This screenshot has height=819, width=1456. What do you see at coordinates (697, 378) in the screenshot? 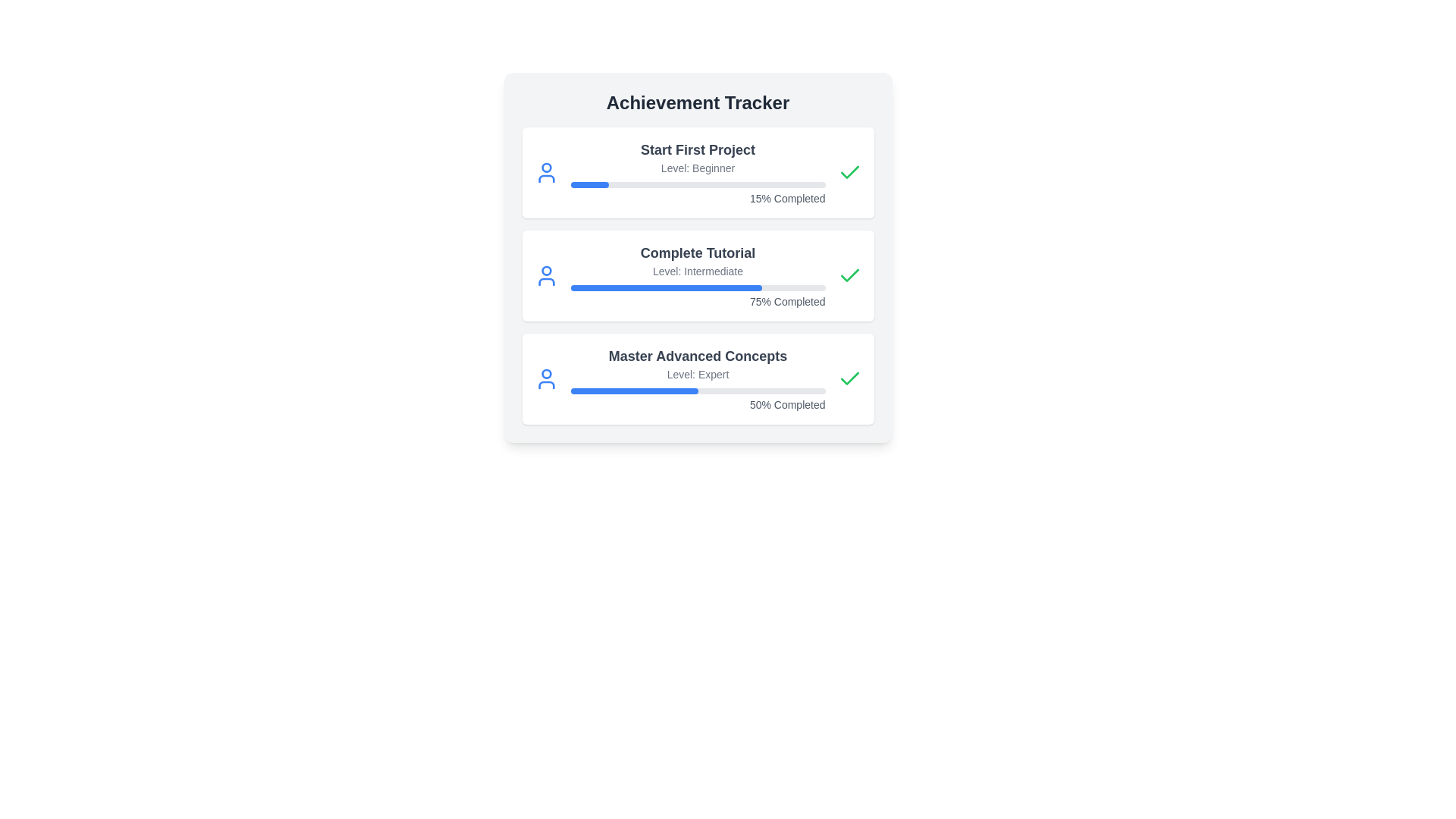
I see `progress details from the milestone card titled 'Master Advanced Concepts', which is the bottommost card in the achievement tracker` at bounding box center [697, 378].